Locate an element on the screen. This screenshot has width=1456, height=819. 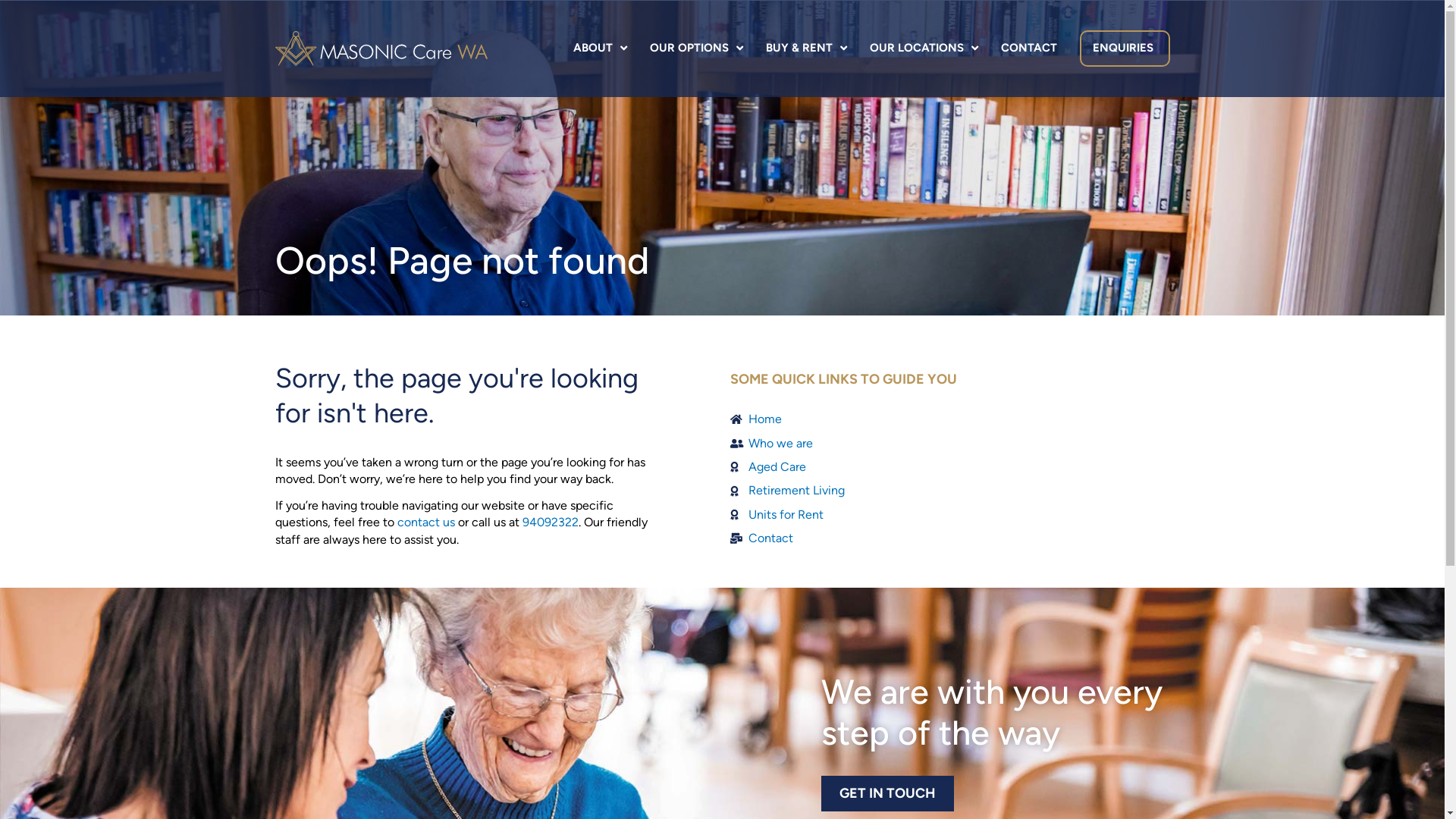
'OUR LOCATIONS' is located at coordinates (923, 48).